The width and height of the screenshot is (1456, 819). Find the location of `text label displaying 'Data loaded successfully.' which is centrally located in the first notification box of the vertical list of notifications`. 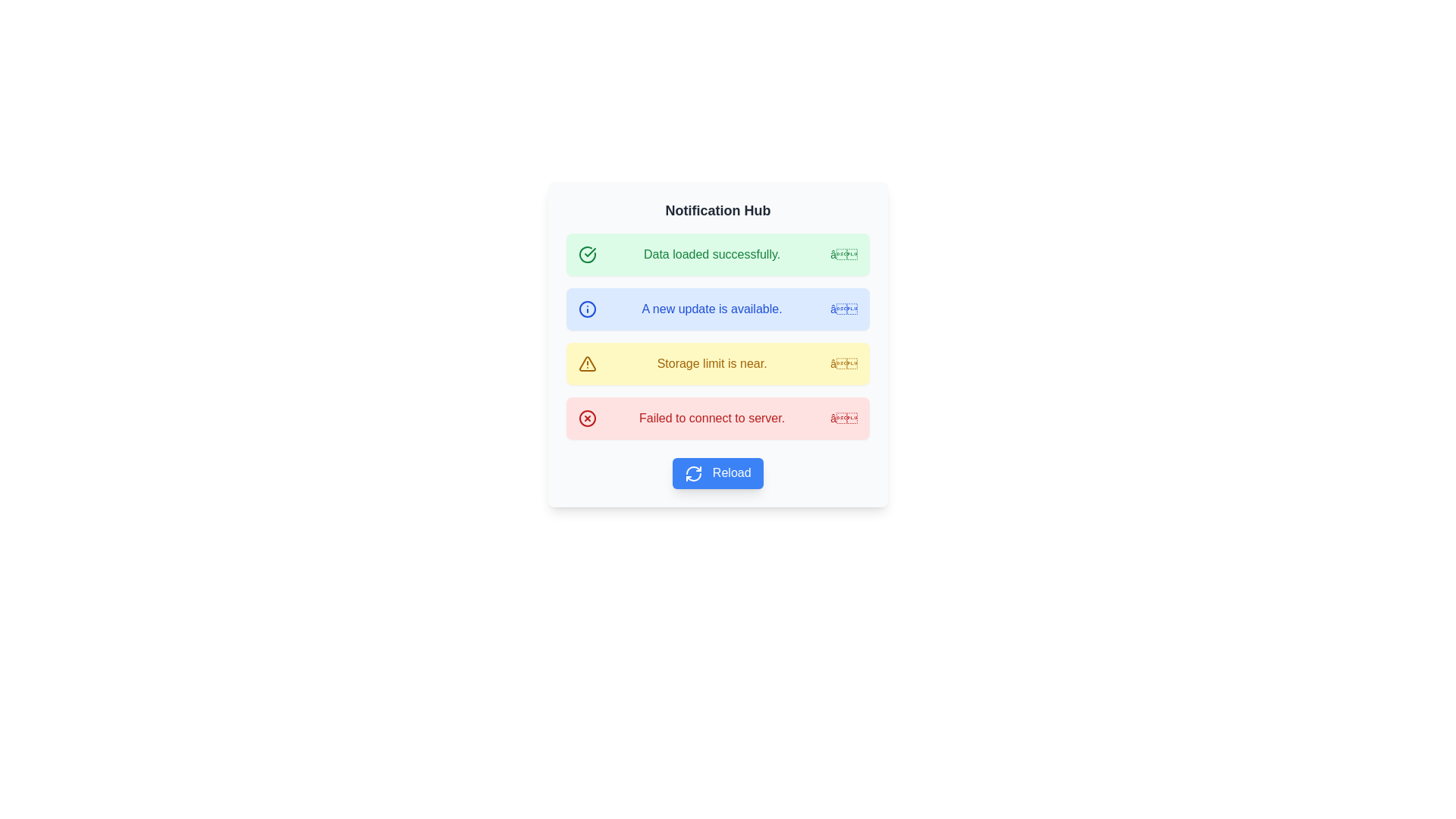

text label displaying 'Data loaded successfully.' which is centrally located in the first notification box of the vertical list of notifications is located at coordinates (711, 253).